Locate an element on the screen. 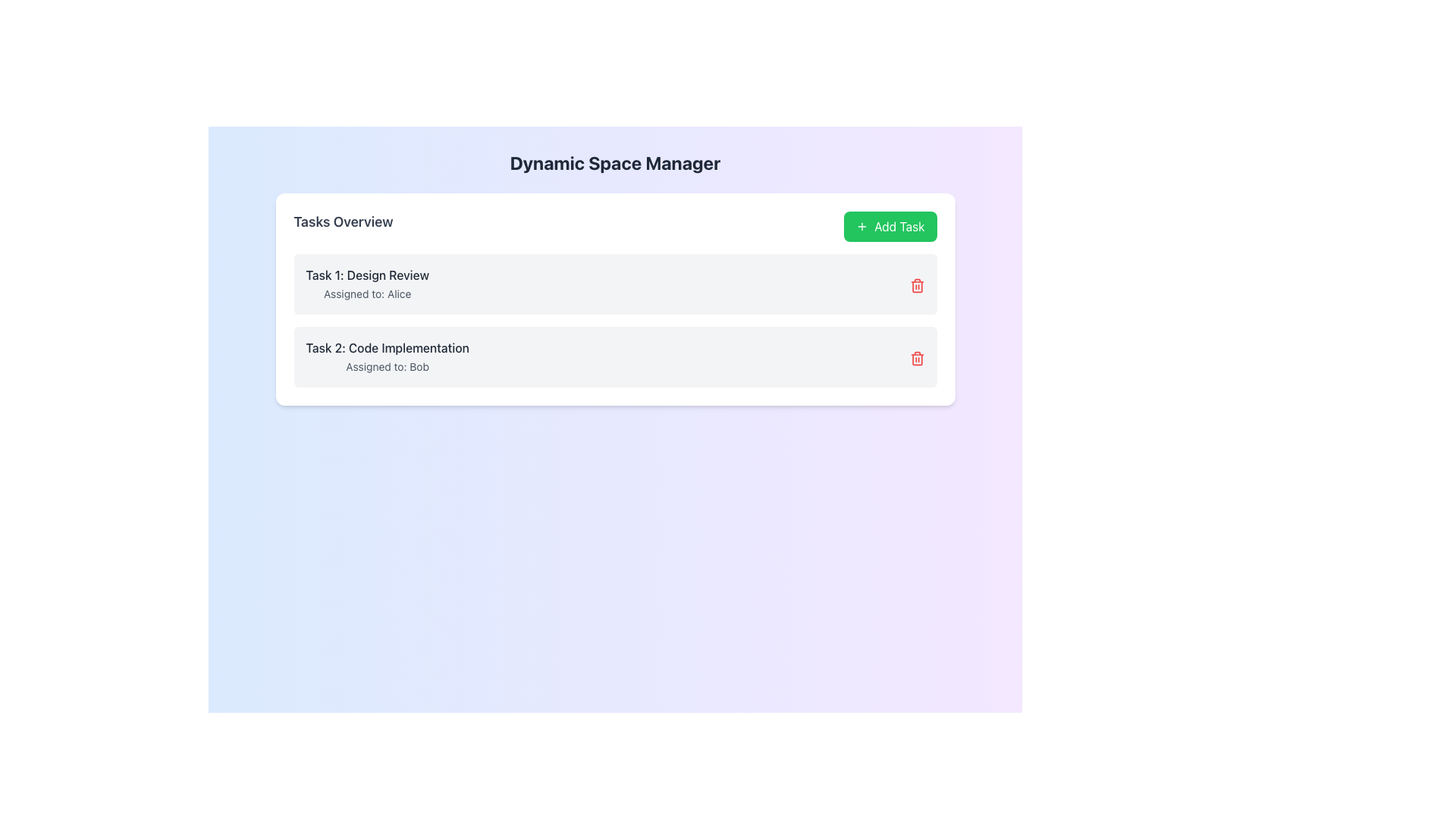  the red trash bin icon button is located at coordinates (916, 285).